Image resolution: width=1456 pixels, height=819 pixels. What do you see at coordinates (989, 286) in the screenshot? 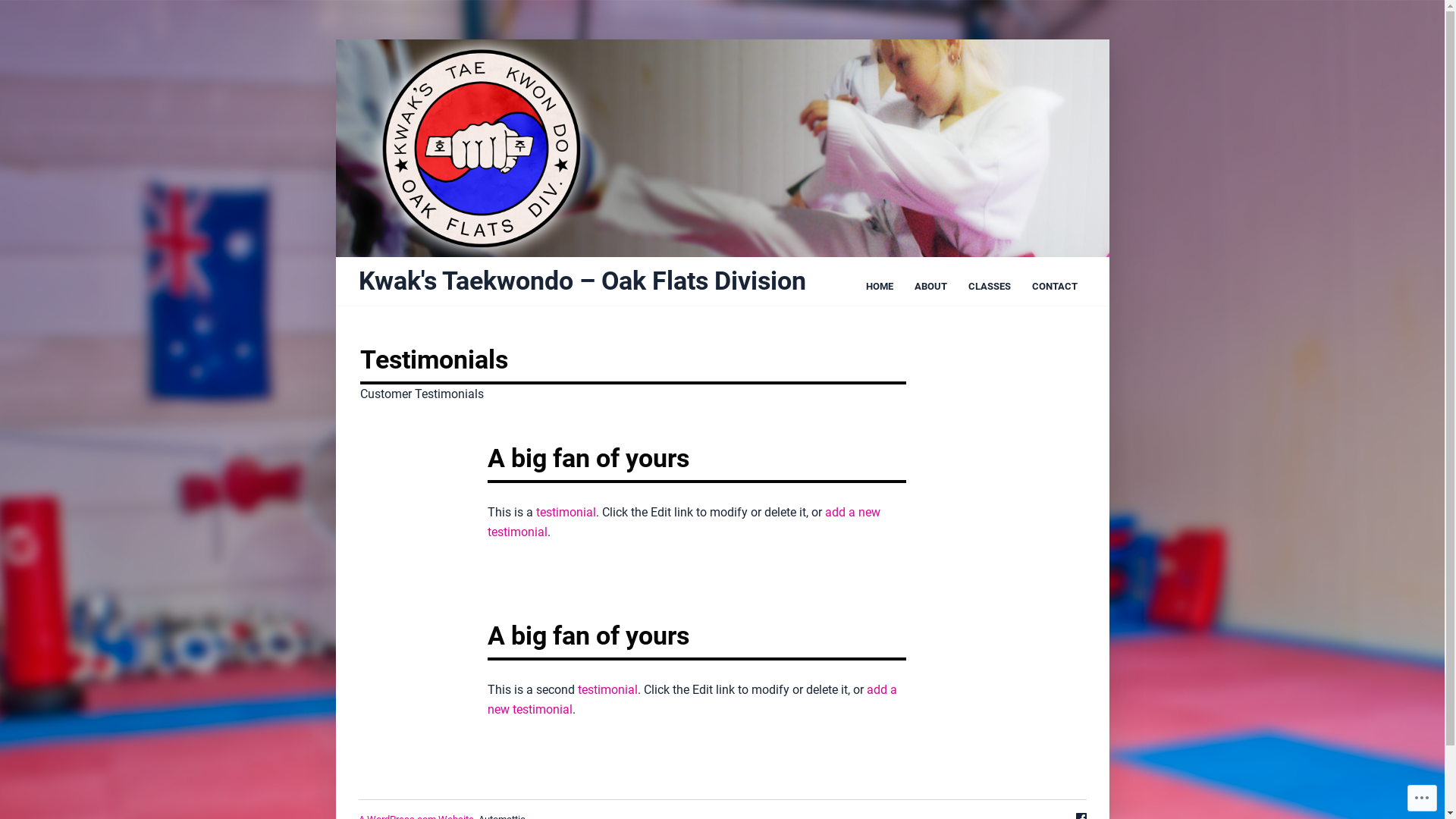
I see `'CLASSES'` at bounding box center [989, 286].